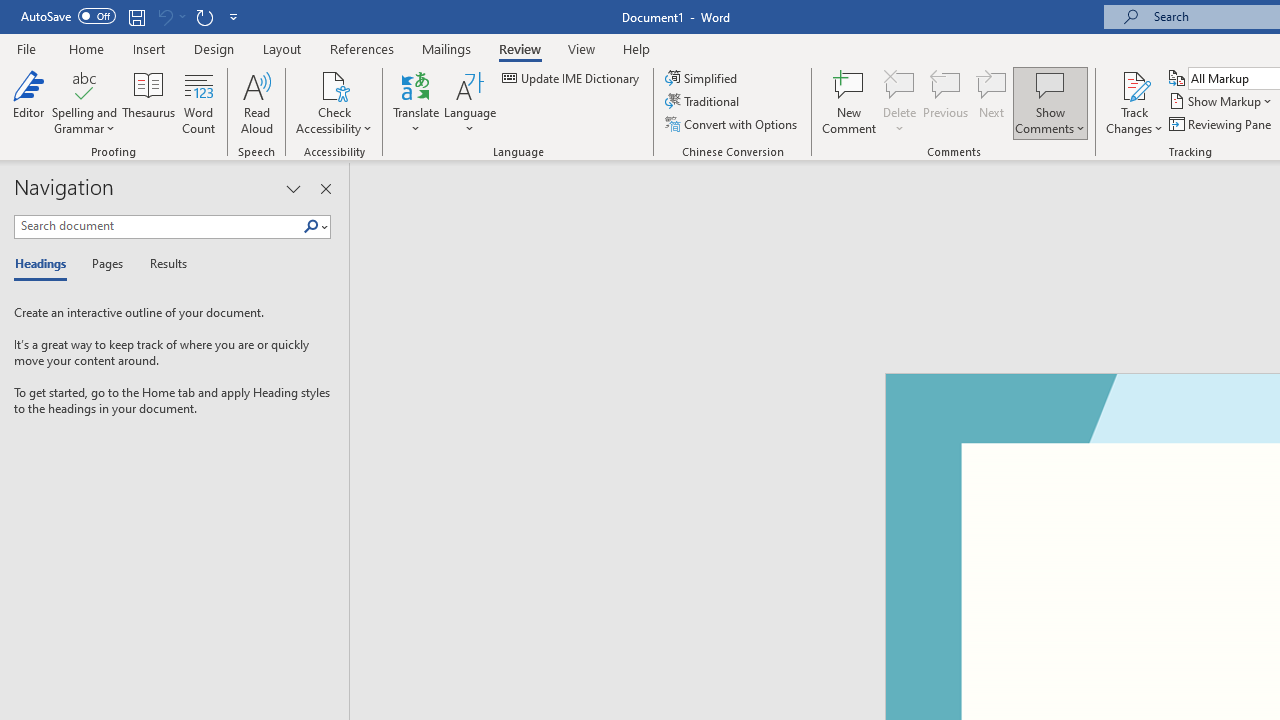  Describe the element at coordinates (292, 189) in the screenshot. I see `'Task Pane Options'` at that location.